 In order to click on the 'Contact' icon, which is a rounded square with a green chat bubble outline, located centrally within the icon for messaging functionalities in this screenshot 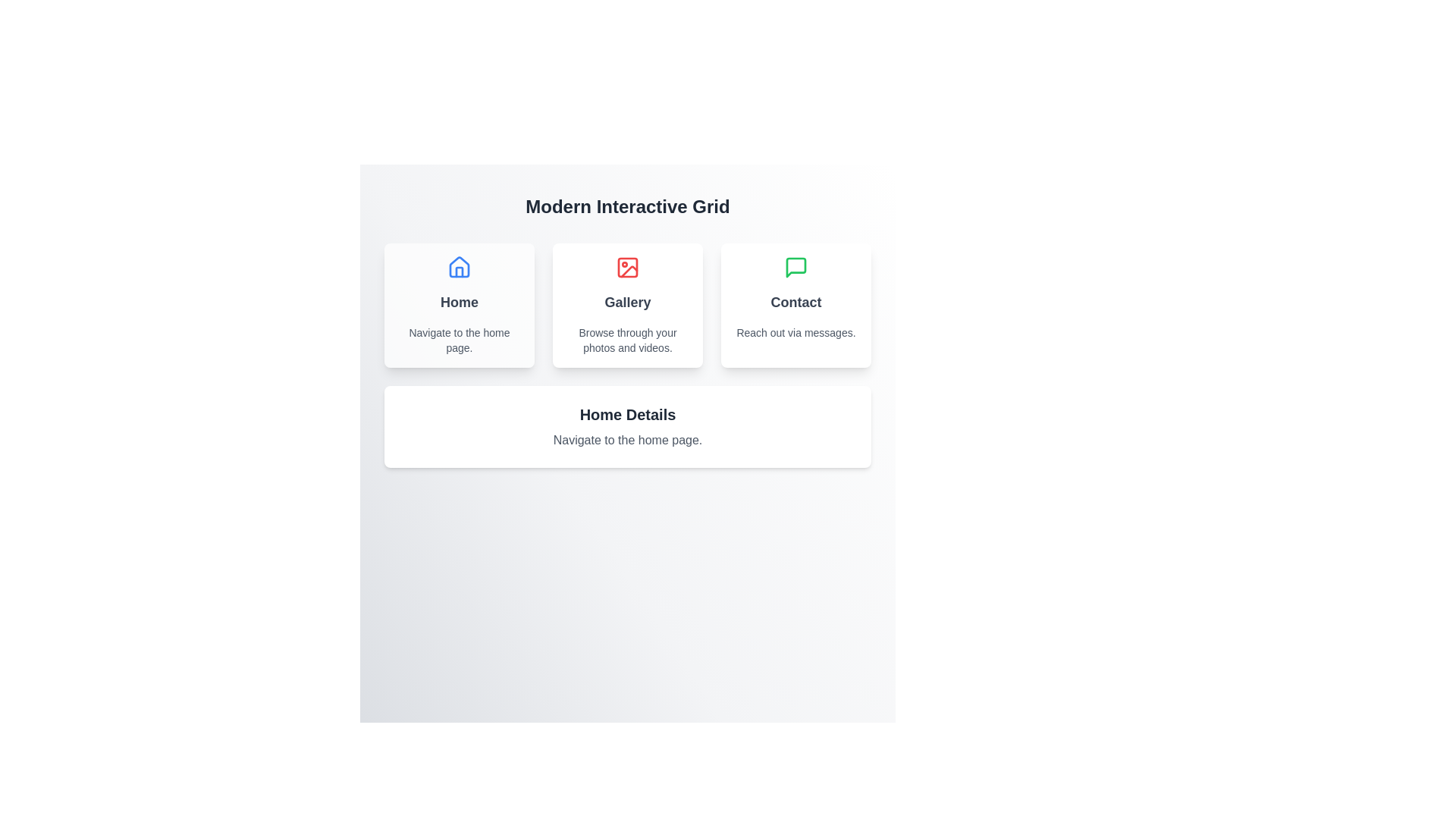, I will do `click(795, 267)`.